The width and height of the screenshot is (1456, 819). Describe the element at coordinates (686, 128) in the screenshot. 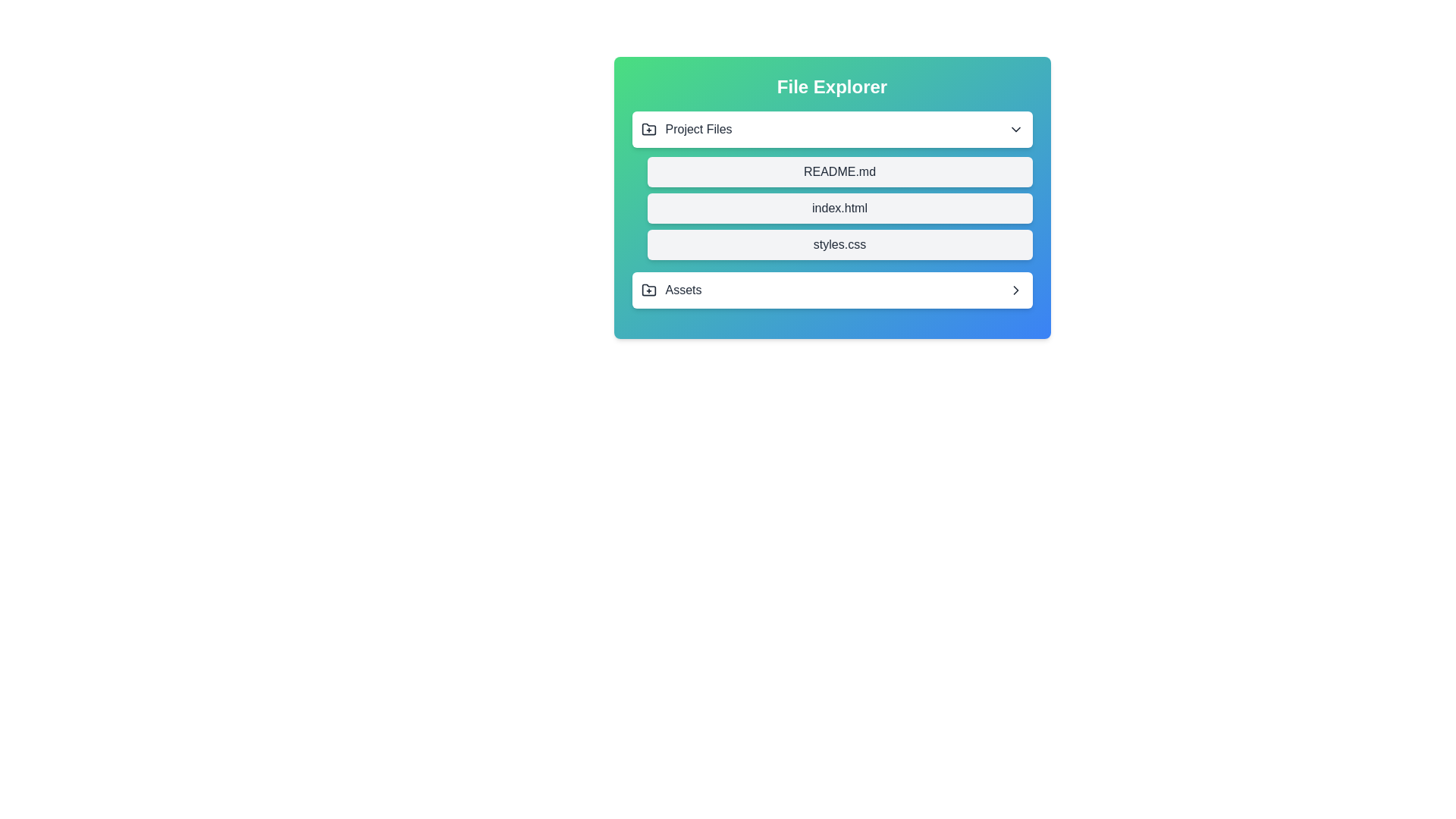

I see `the text label displaying 'Project Files', which is styled in a medium font weight and located next to a folder icon with a plus symbol` at that location.